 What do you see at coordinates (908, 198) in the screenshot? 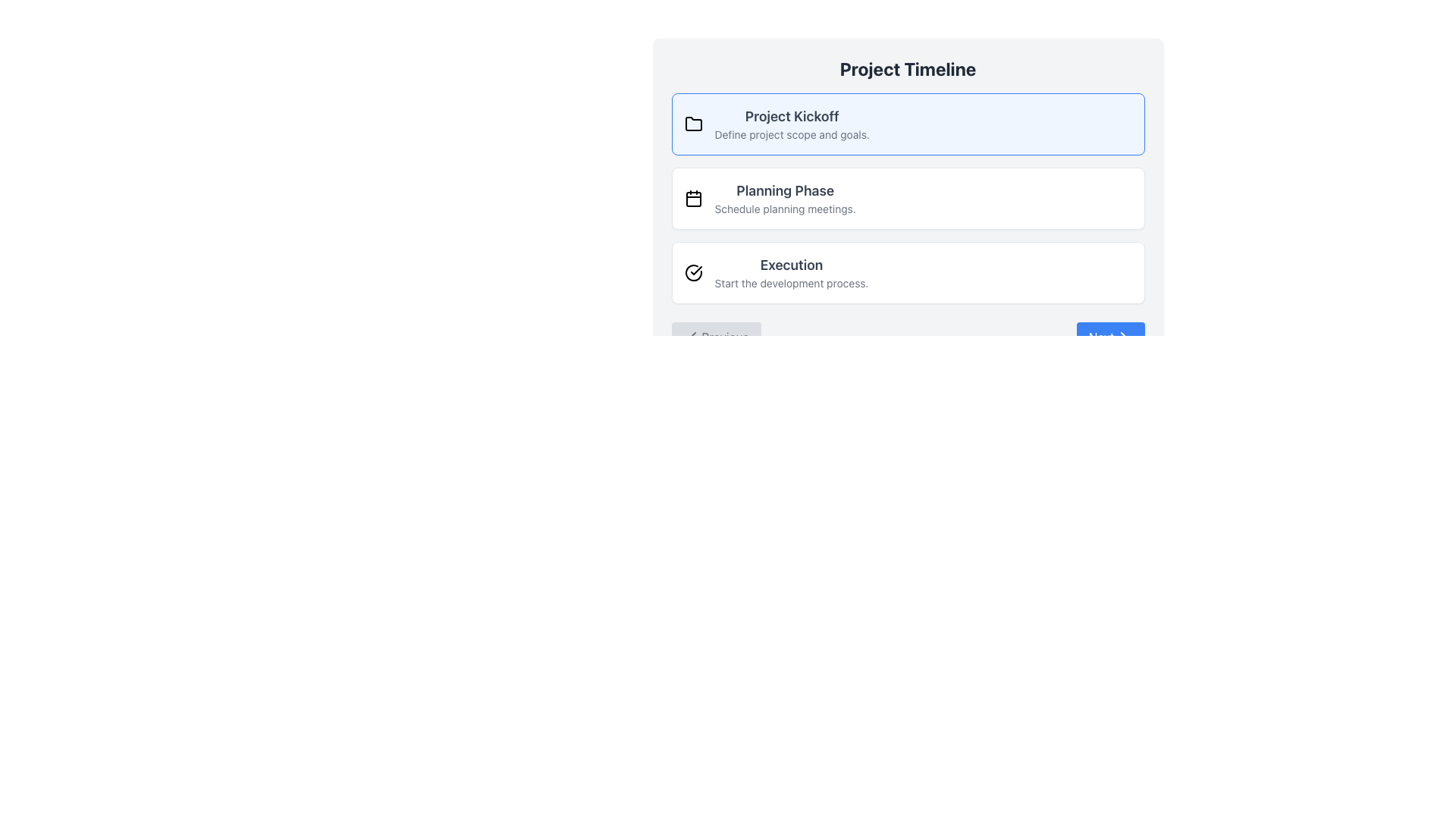
I see `the informational card labeled 'Schedule planning meetings.' located in the 'Planning Phase' section of the list` at bounding box center [908, 198].